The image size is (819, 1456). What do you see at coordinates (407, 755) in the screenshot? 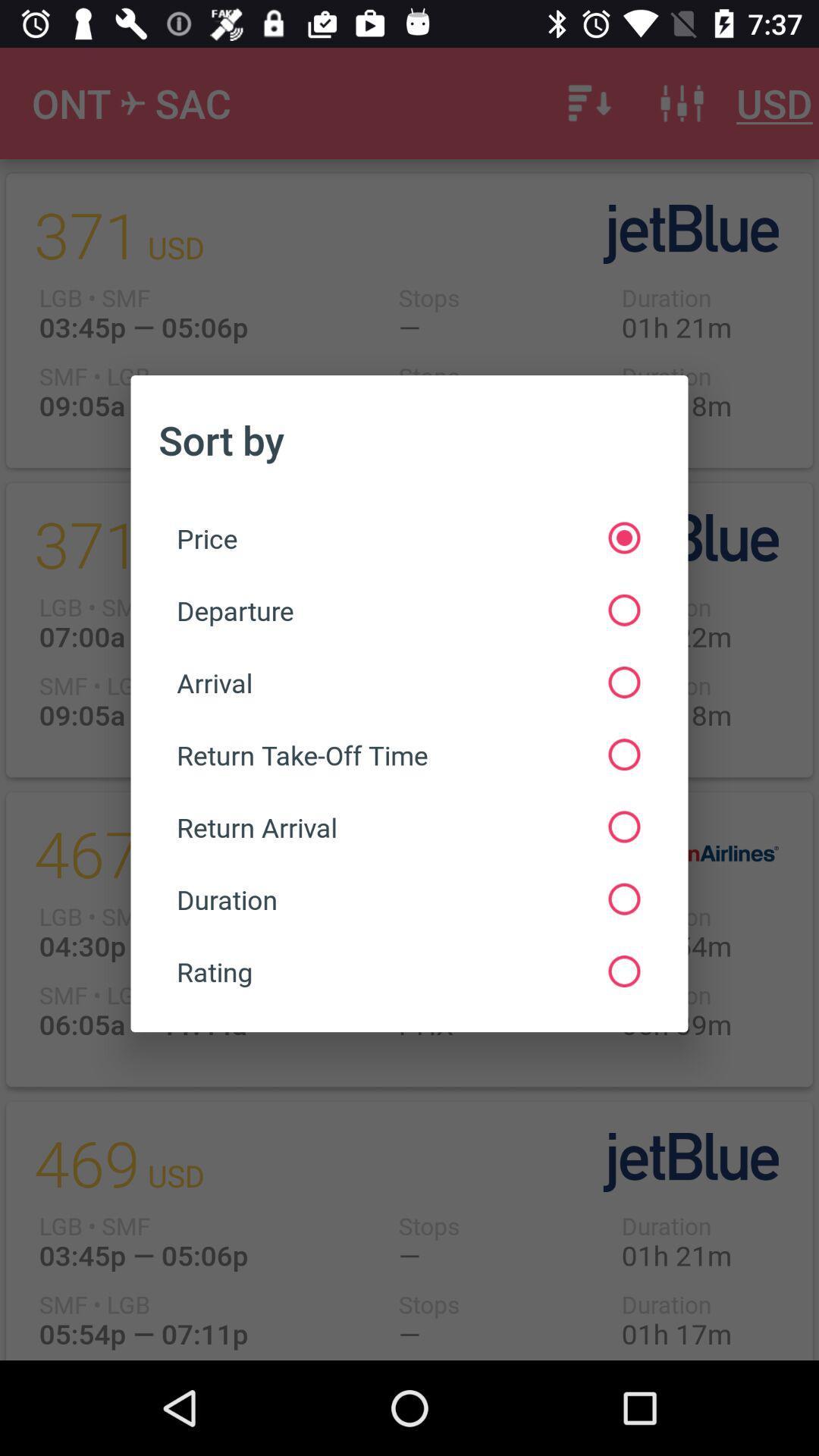
I see `the return take off` at bounding box center [407, 755].